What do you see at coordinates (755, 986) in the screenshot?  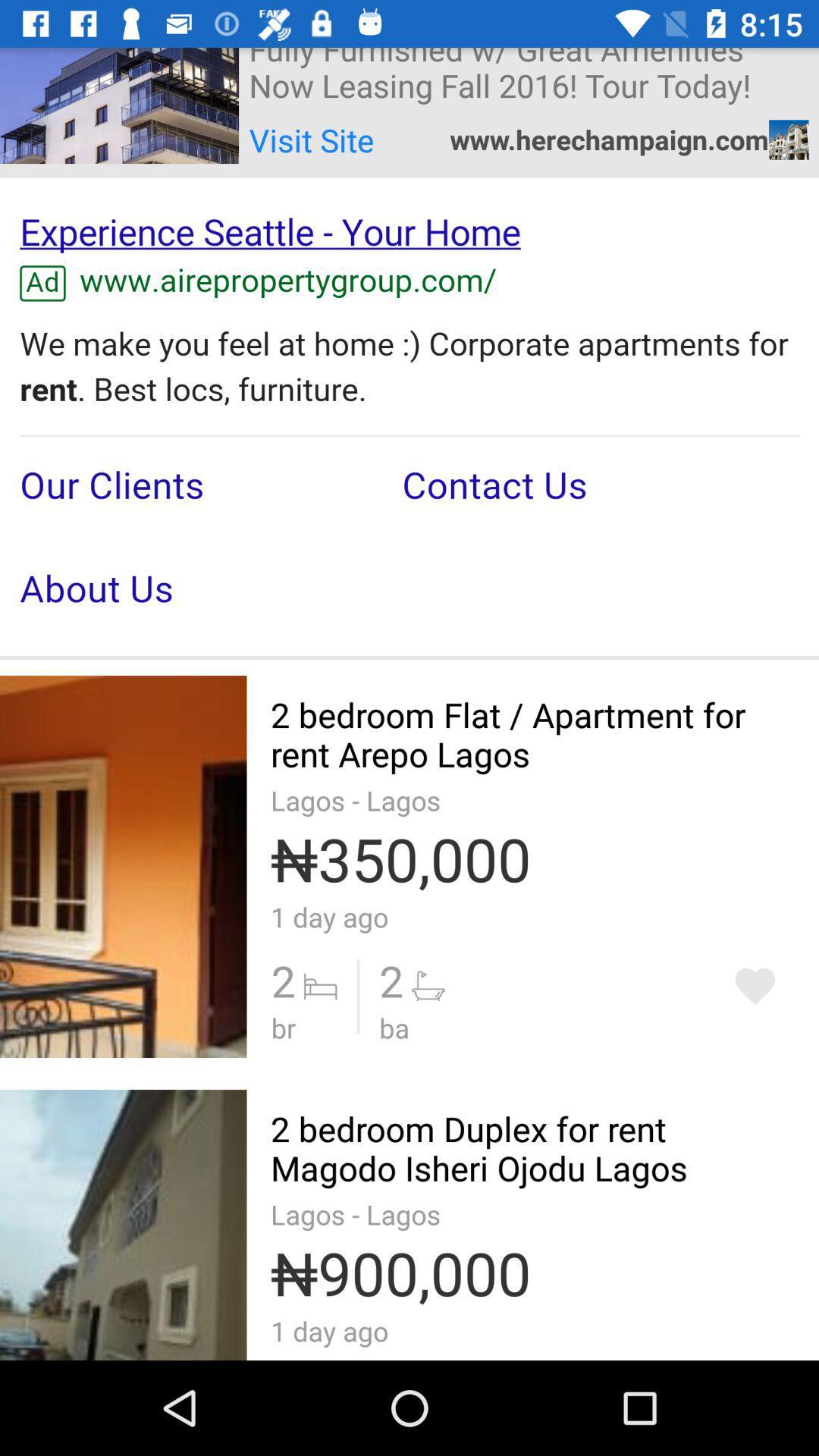 I see `real estate sale rent trovit` at bounding box center [755, 986].